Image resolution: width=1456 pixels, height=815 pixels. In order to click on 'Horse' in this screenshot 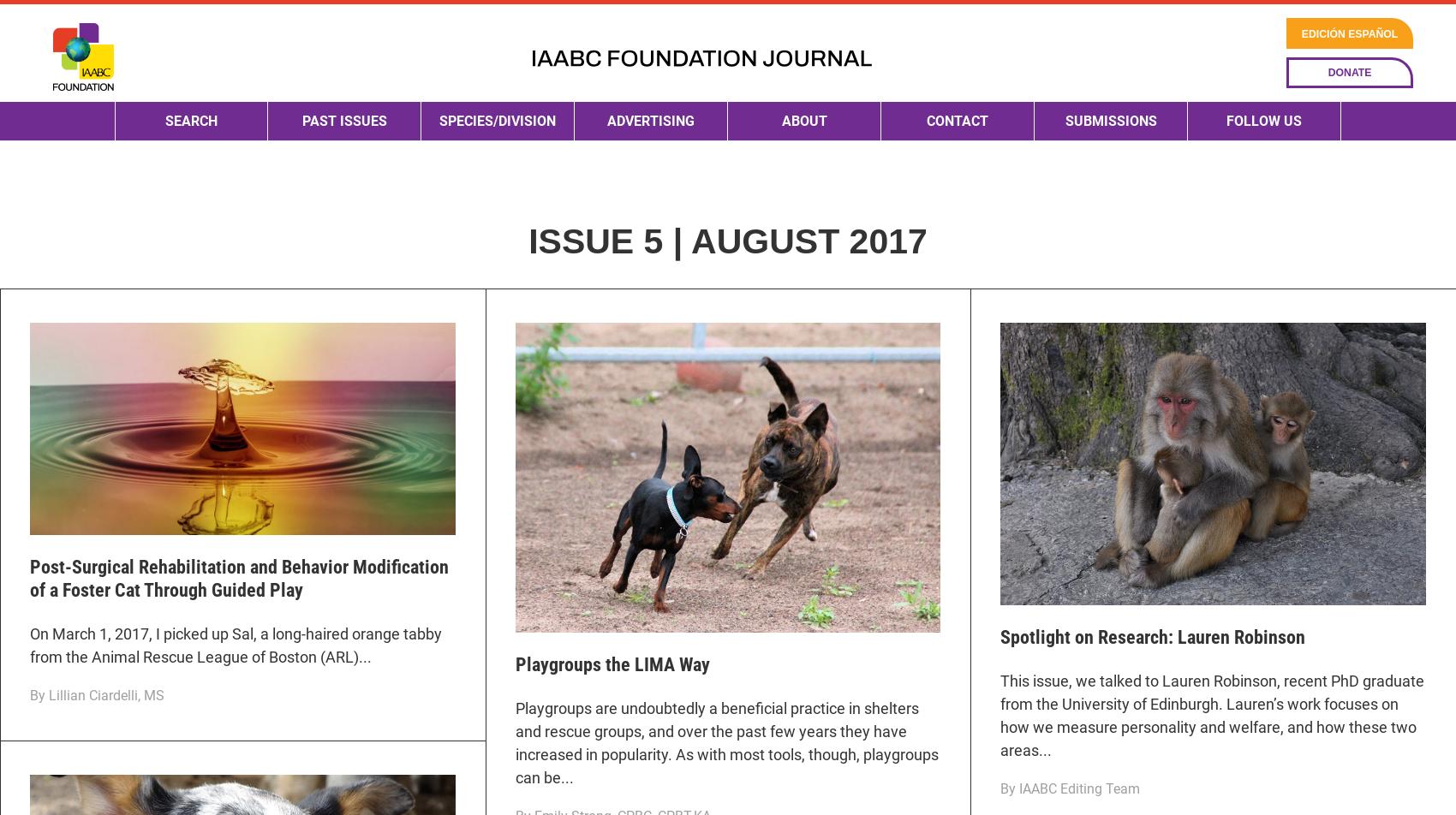, I will do `click(455, 329)`.